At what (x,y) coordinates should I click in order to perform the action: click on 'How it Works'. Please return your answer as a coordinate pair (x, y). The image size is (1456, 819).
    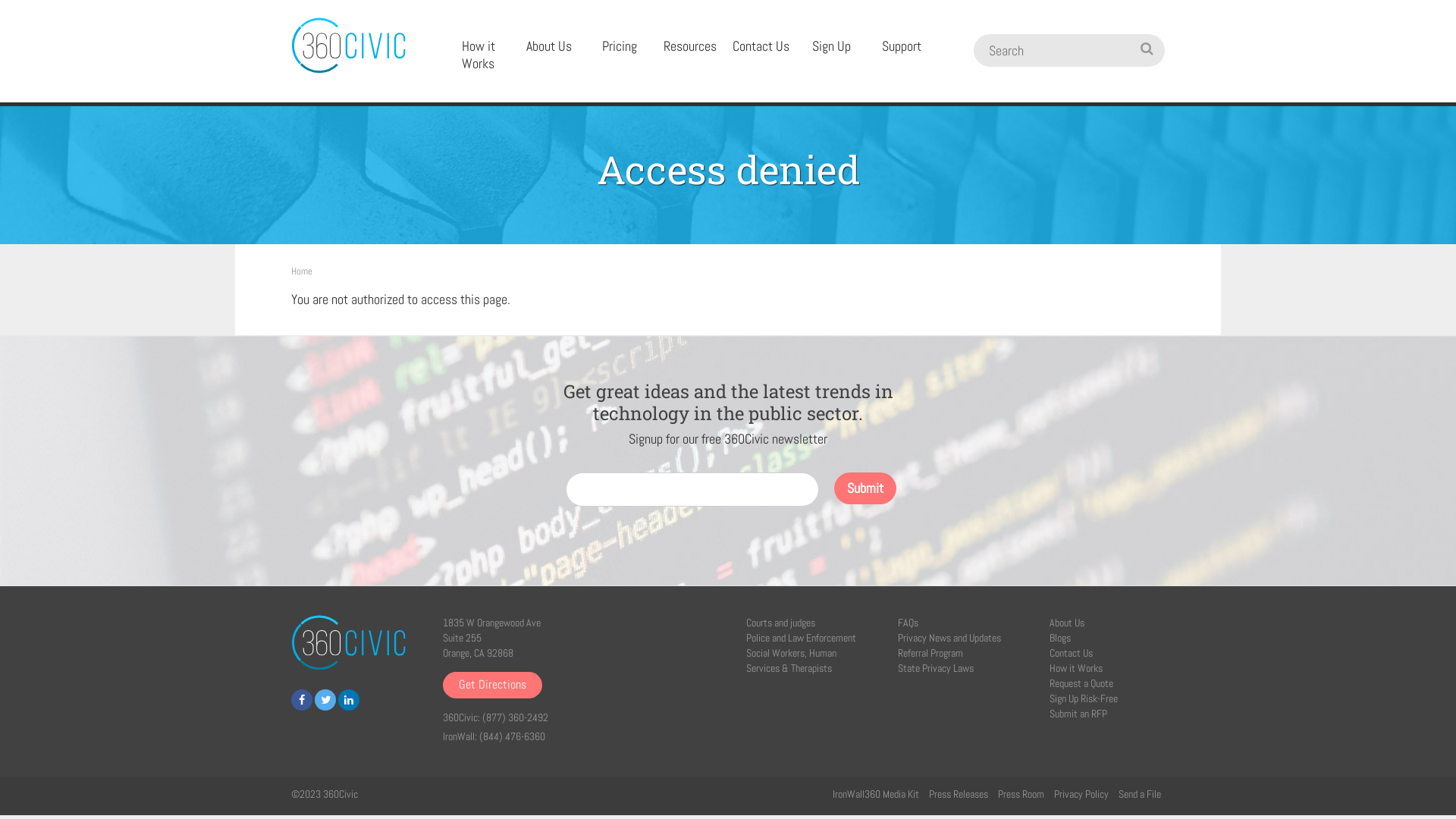
    Looking at the image, I should click on (477, 55).